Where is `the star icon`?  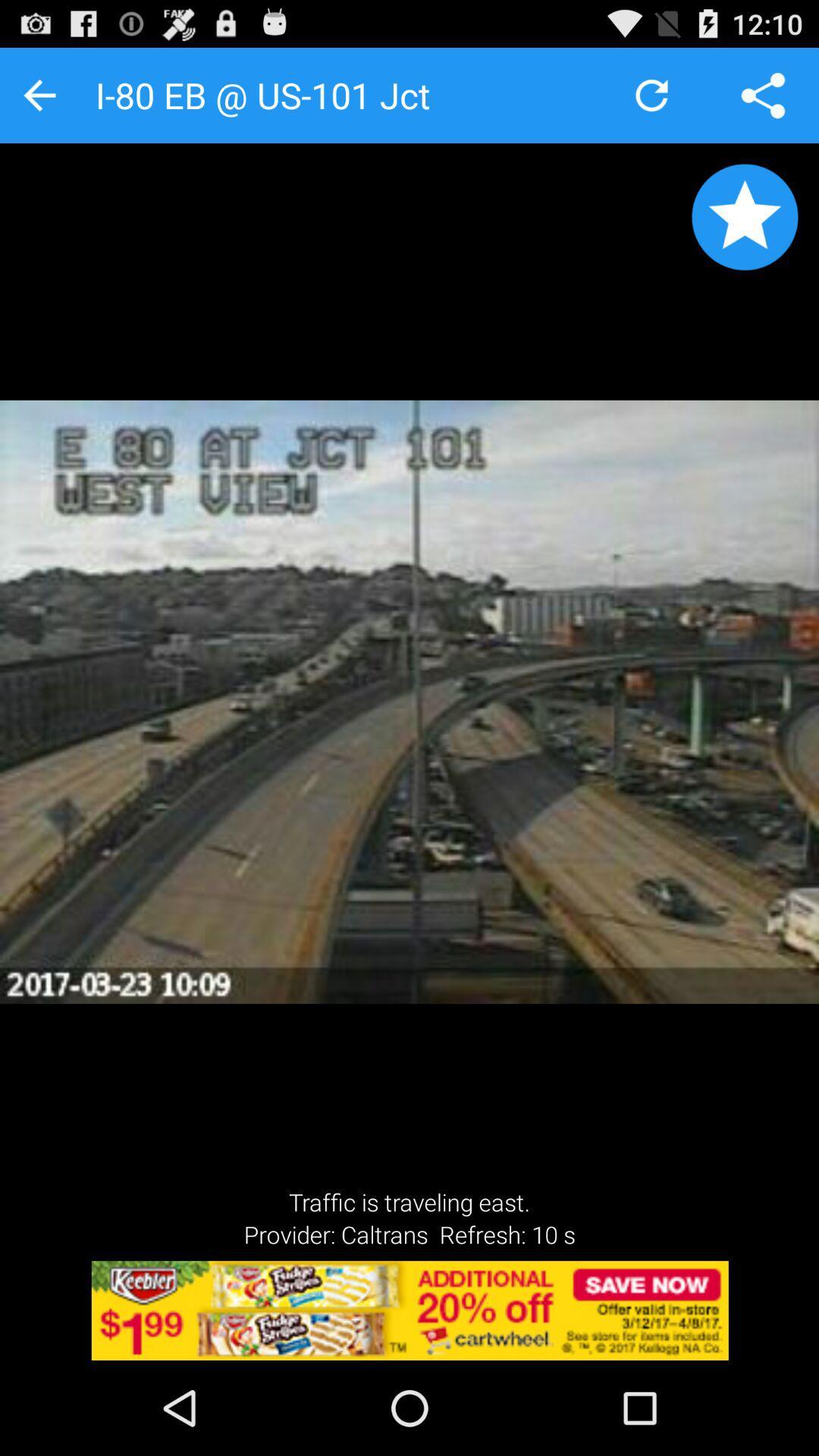 the star icon is located at coordinates (744, 231).